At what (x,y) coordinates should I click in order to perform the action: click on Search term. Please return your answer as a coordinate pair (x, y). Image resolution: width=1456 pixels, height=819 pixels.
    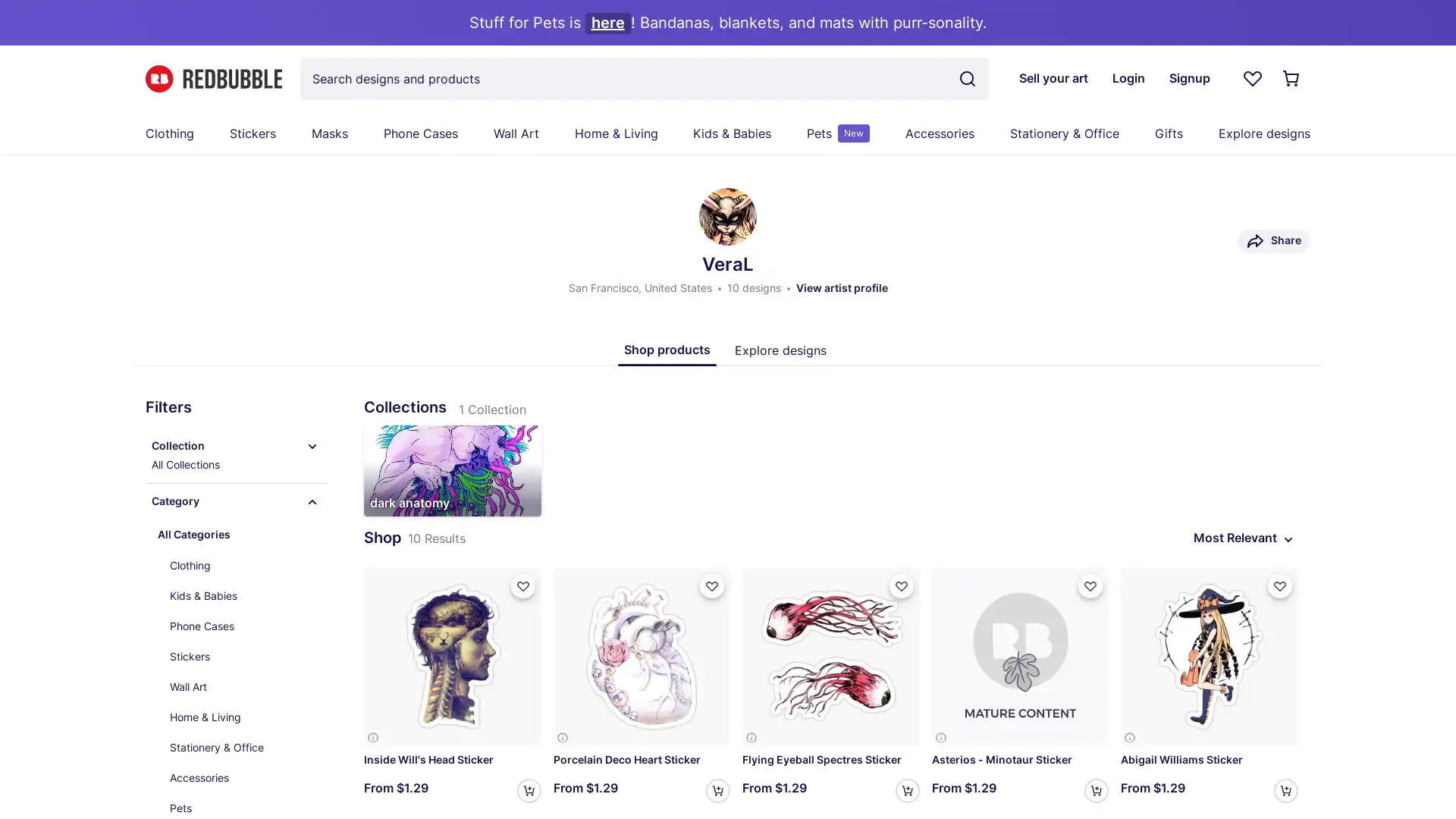
    Looking at the image, I should click on (967, 79).